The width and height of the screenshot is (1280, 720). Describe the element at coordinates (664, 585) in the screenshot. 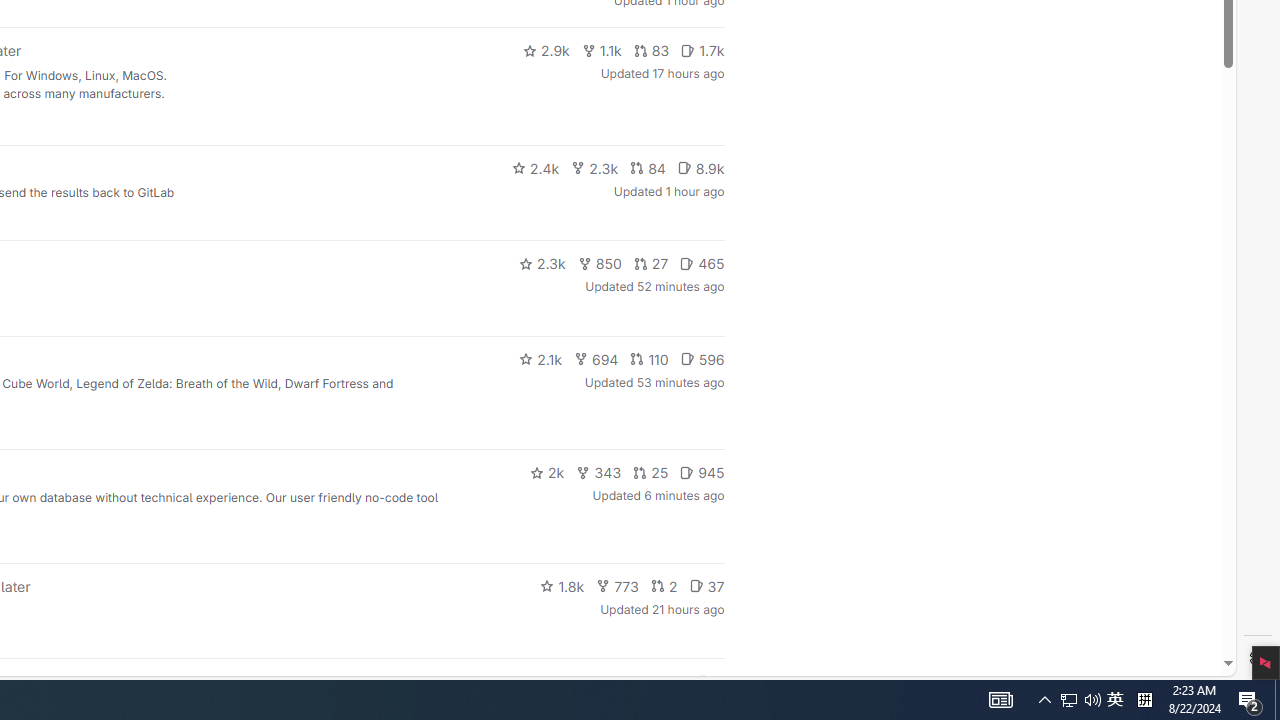

I see `'2'` at that location.